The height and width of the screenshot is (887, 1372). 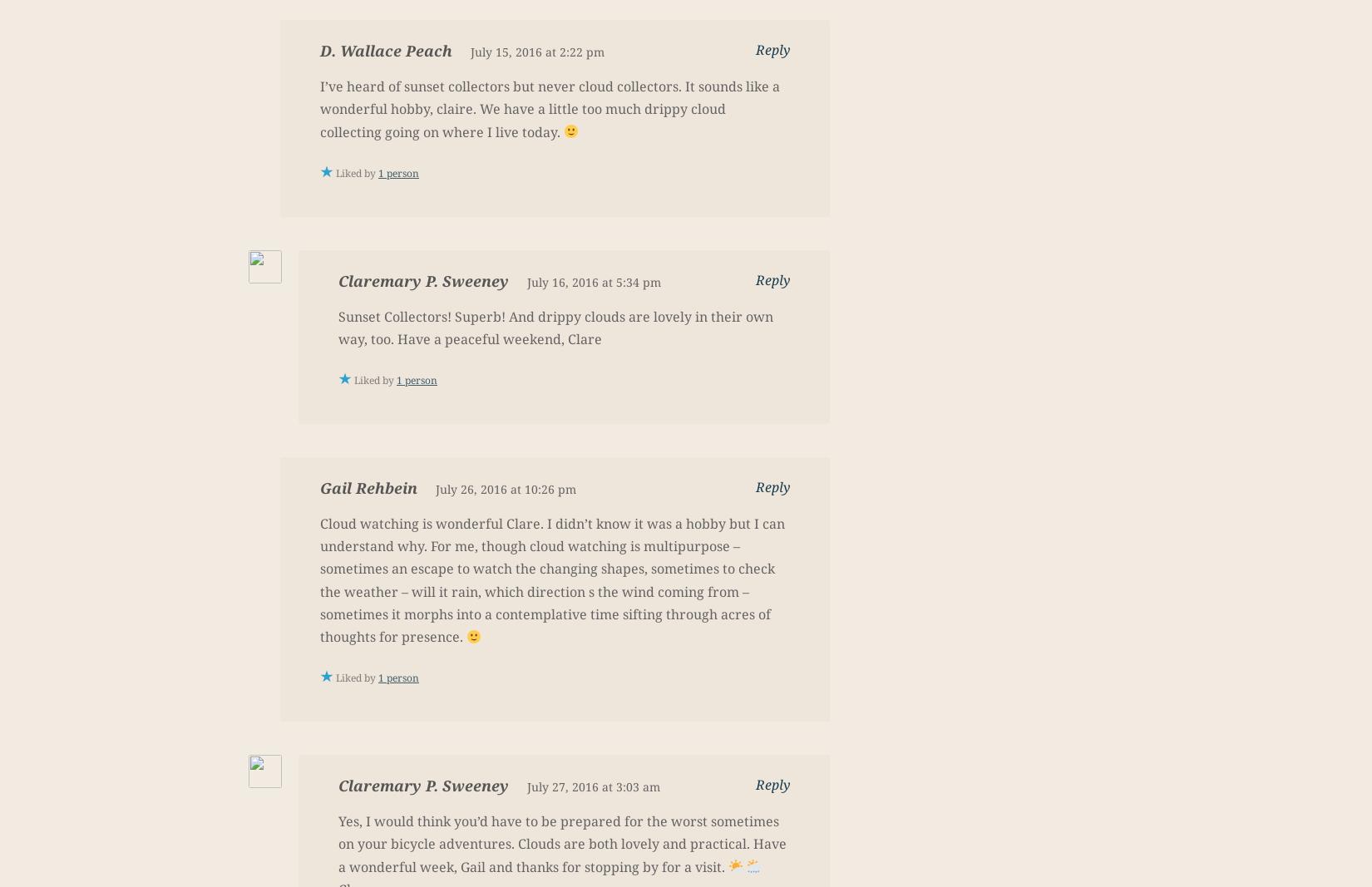 I want to click on 'Yes, I would think you’d have to be prepared for the worst sometimes on your bicycle adventures. Clouds are both lovely and practical. Have a wonderful week, Gail and thanks for stopping by for a visit.', so click(x=561, y=844).